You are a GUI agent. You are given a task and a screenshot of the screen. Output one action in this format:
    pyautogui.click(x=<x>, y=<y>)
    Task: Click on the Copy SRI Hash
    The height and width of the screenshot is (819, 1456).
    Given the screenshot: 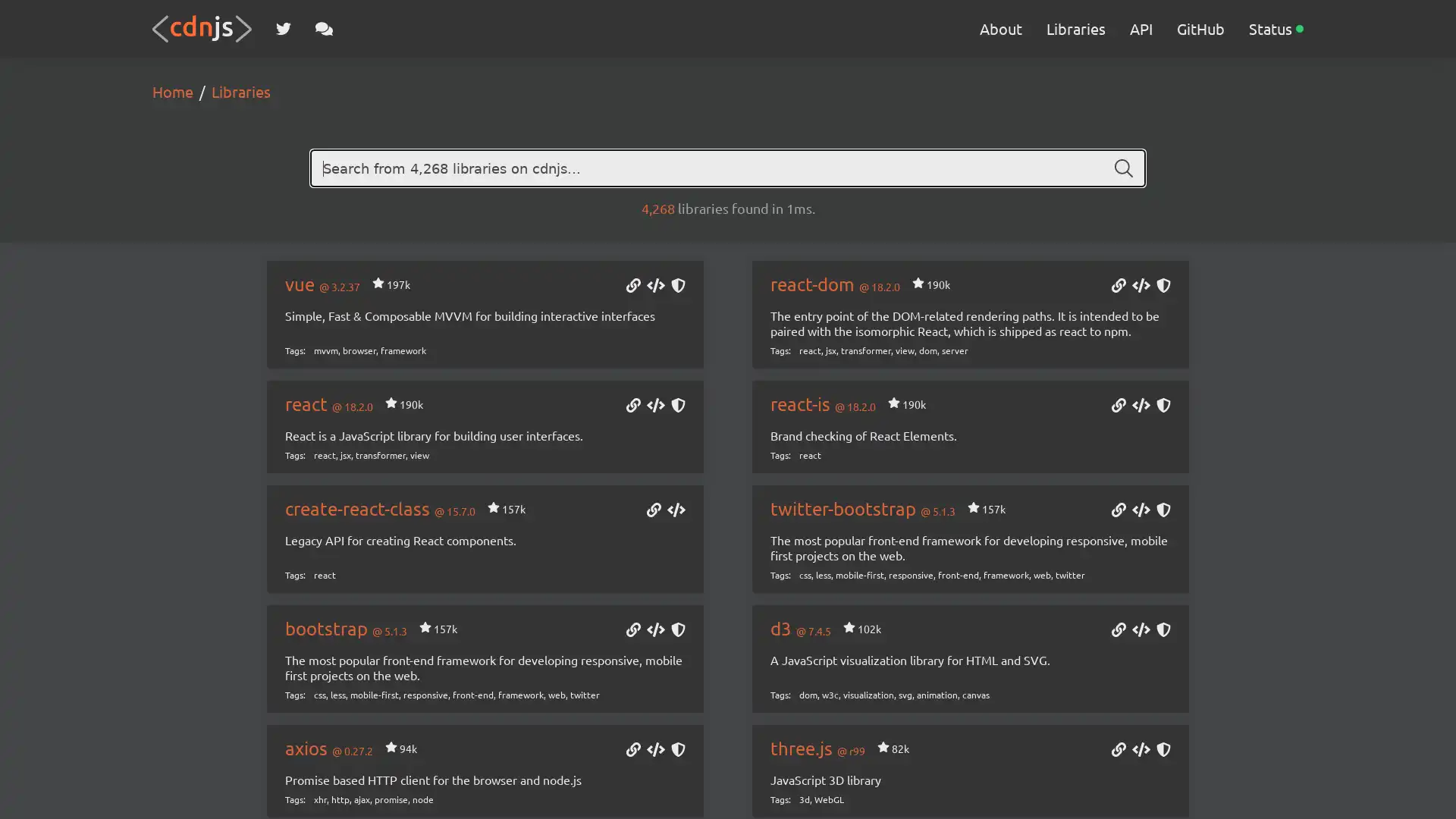 What is the action you would take?
    pyautogui.click(x=1163, y=287)
    